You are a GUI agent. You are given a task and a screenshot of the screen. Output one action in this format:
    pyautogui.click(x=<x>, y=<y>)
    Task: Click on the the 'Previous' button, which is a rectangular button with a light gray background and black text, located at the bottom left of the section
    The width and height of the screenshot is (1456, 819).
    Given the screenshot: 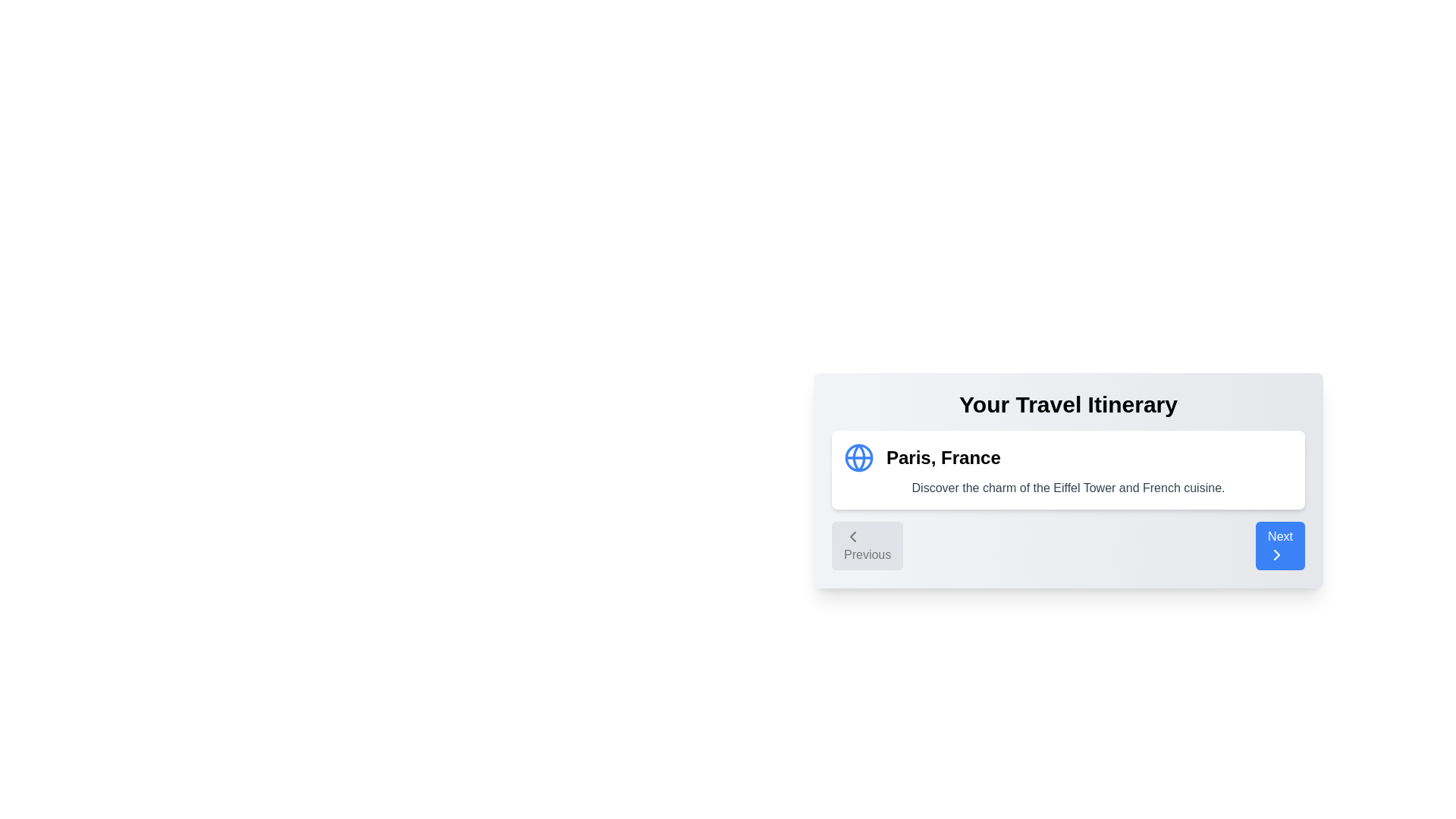 What is the action you would take?
    pyautogui.click(x=868, y=546)
    